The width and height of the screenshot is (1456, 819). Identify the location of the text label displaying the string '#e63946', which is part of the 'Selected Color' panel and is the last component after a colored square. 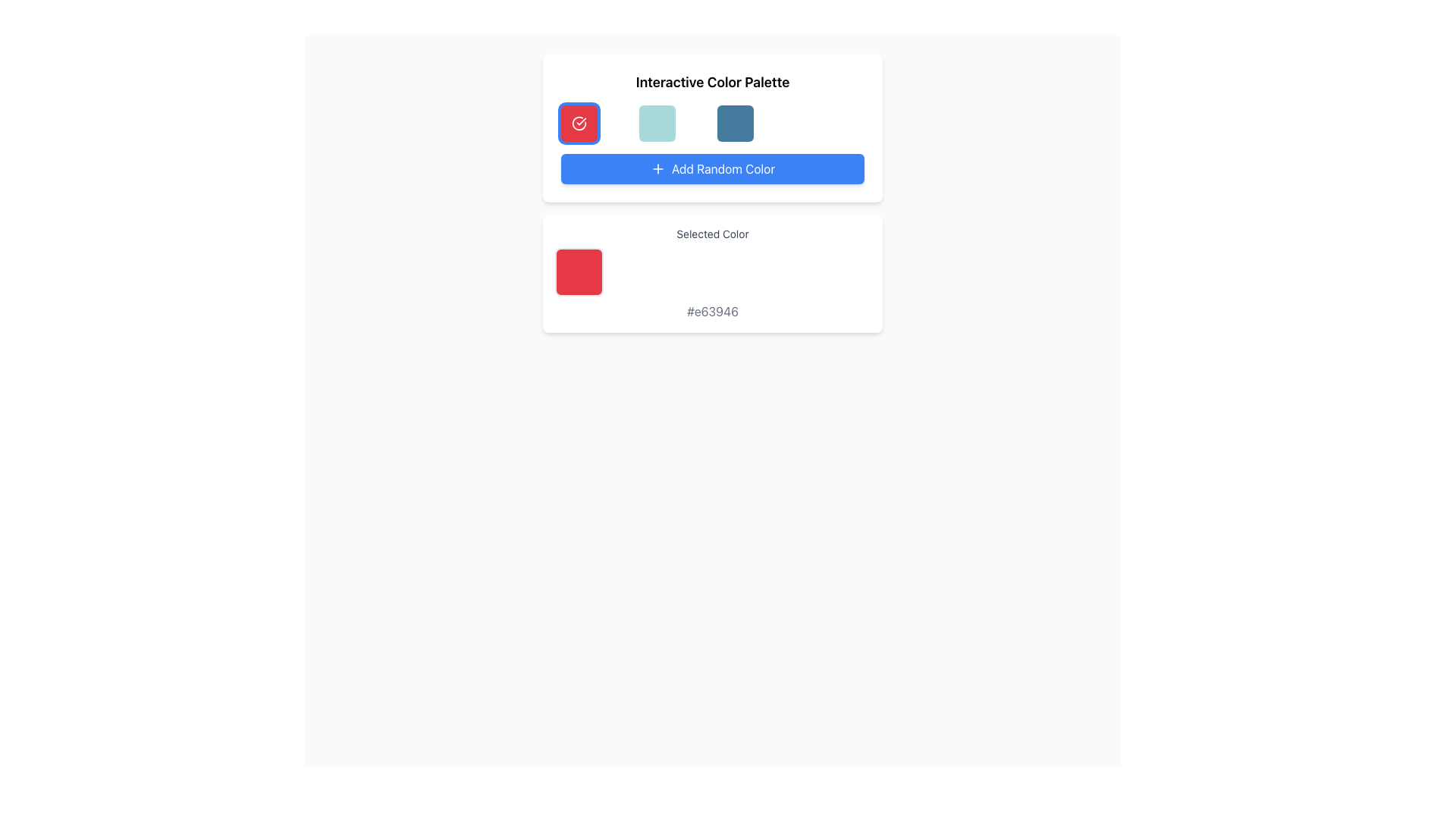
(712, 311).